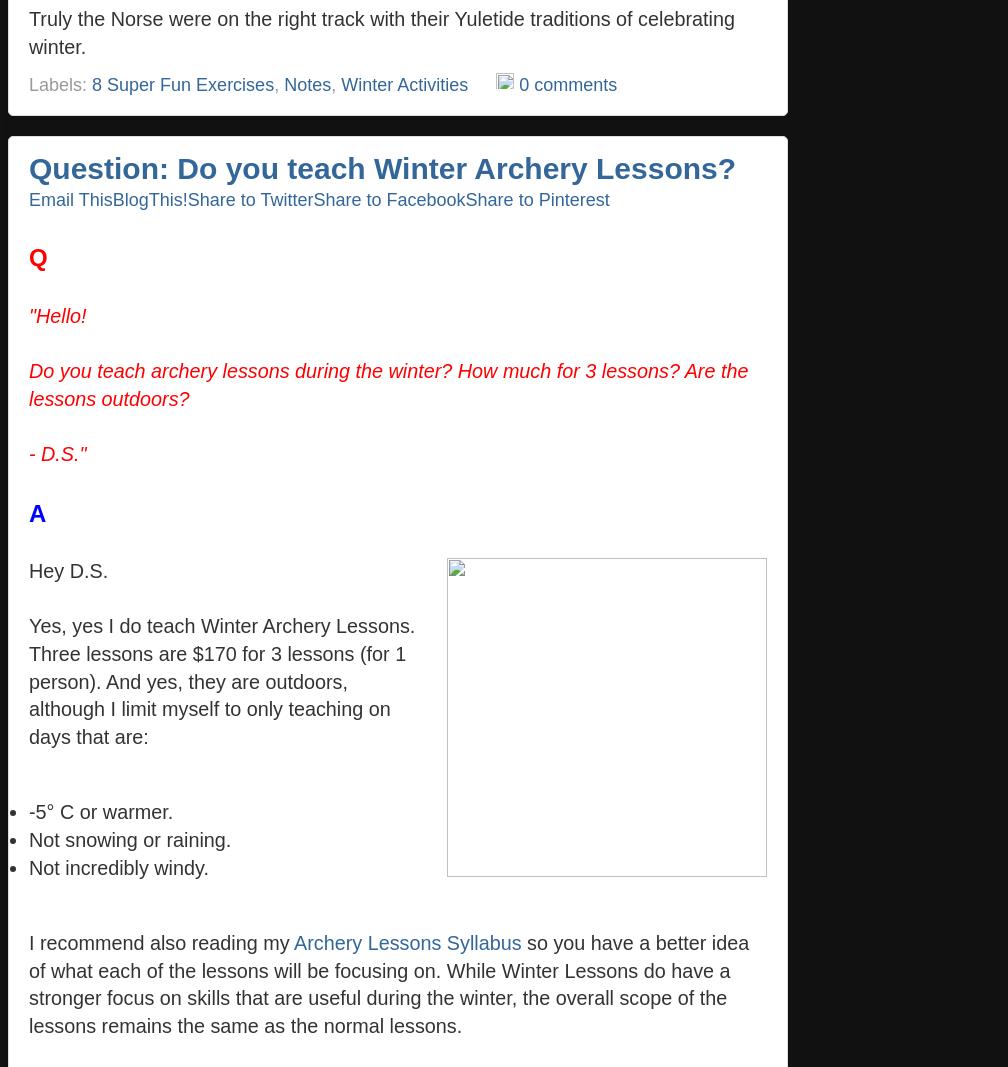  What do you see at coordinates (70, 198) in the screenshot?
I see `'Email This'` at bounding box center [70, 198].